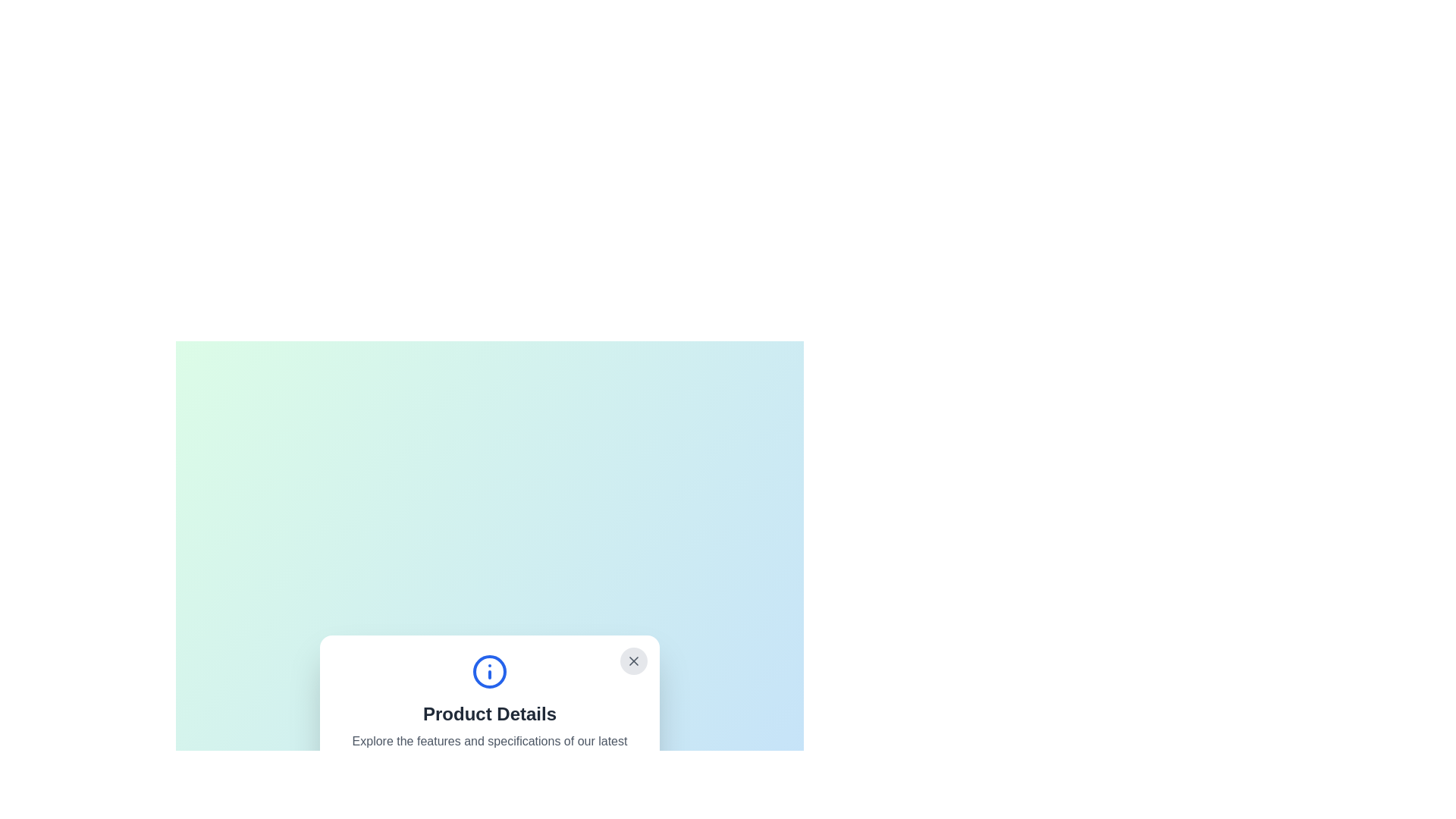 The height and width of the screenshot is (819, 1456). What do you see at coordinates (633, 660) in the screenshot?
I see `the close button located at the top-right corner of the 'Product Details' dialog box` at bounding box center [633, 660].